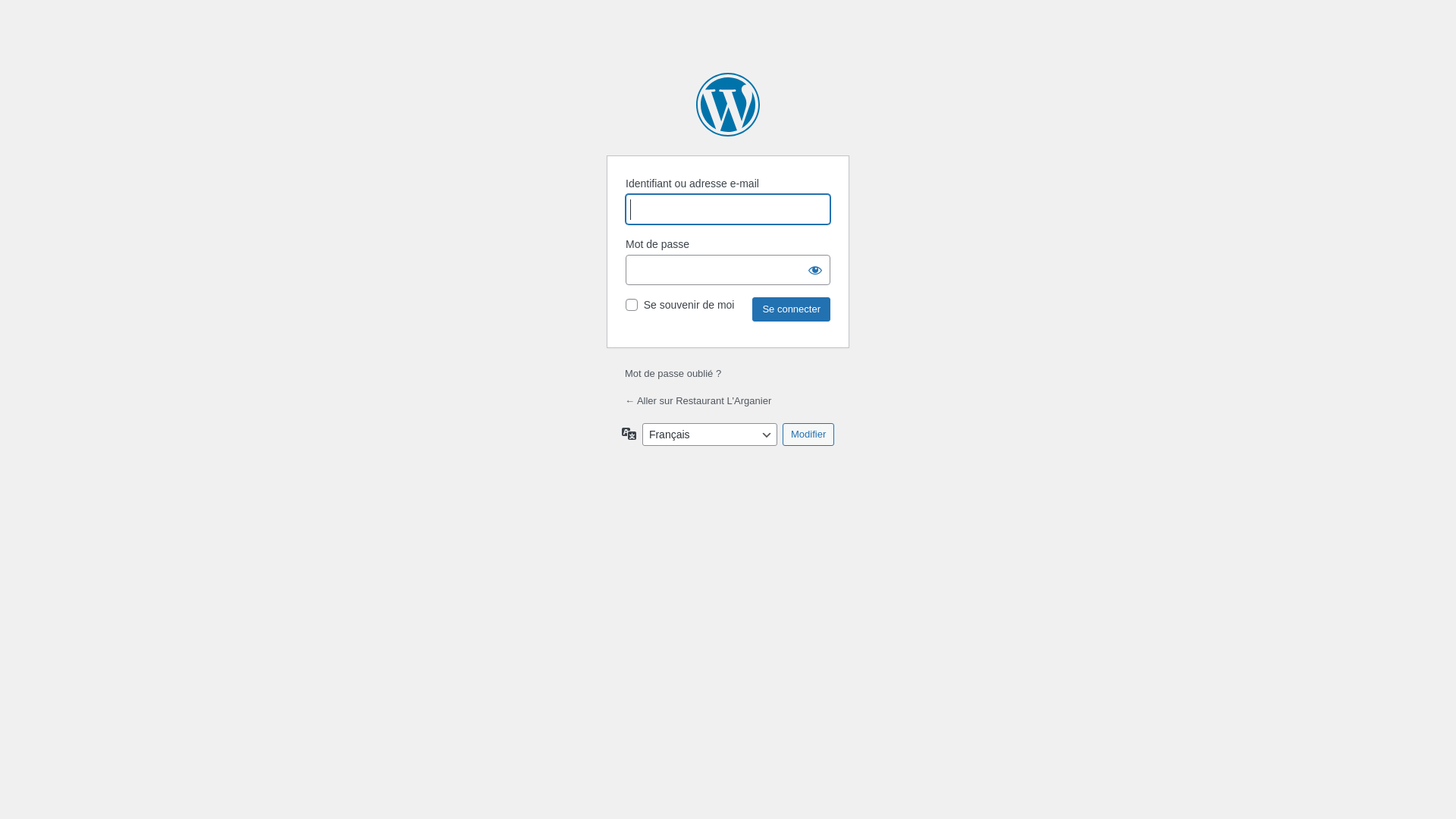 The image size is (1456, 819). Describe the element at coordinates (807, 435) in the screenshot. I see `'Modifier'` at that location.